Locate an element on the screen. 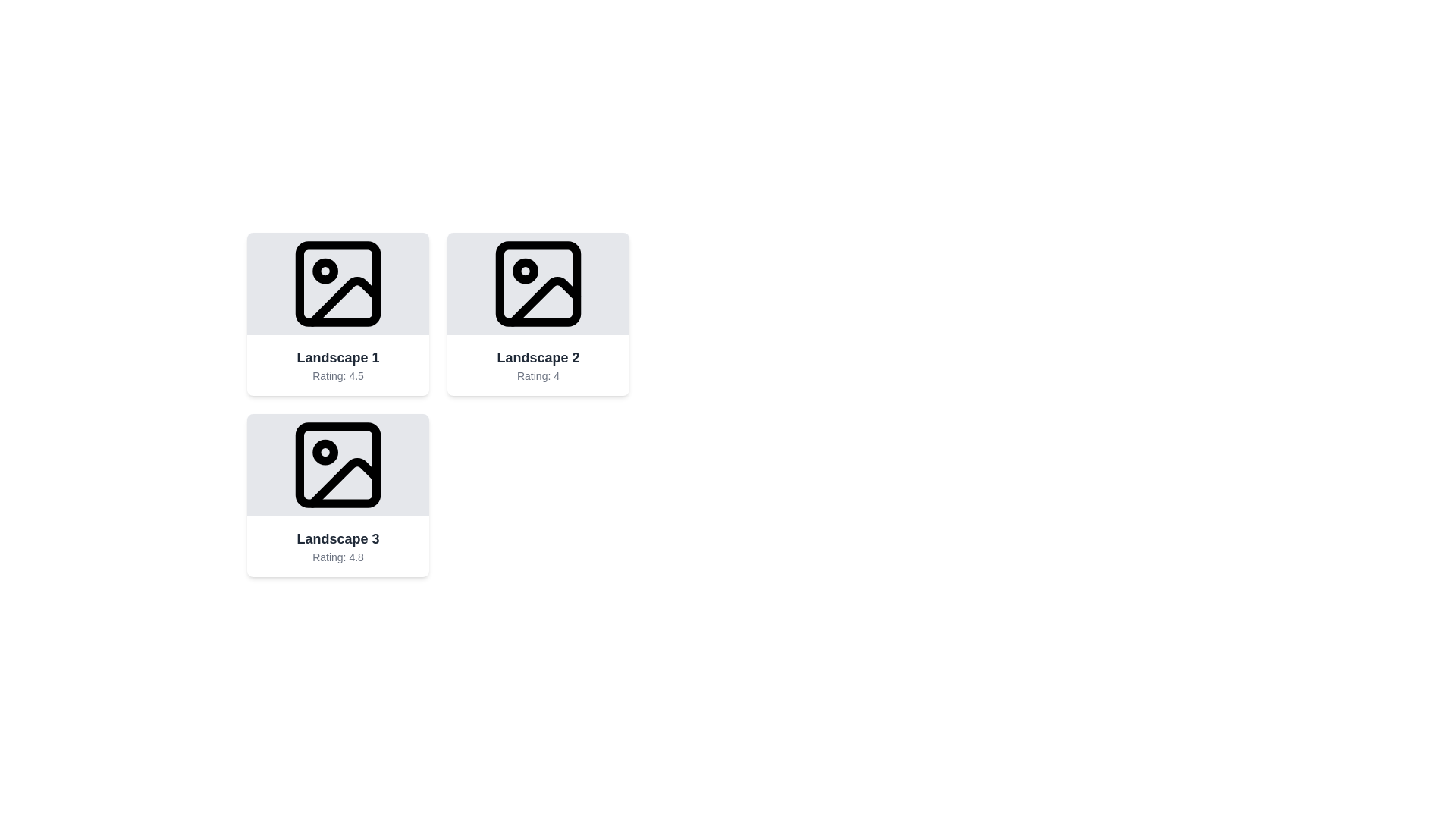  the Text block that provides title and rating information for the card in the second column of the first row of the grid is located at coordinates (538, 366).